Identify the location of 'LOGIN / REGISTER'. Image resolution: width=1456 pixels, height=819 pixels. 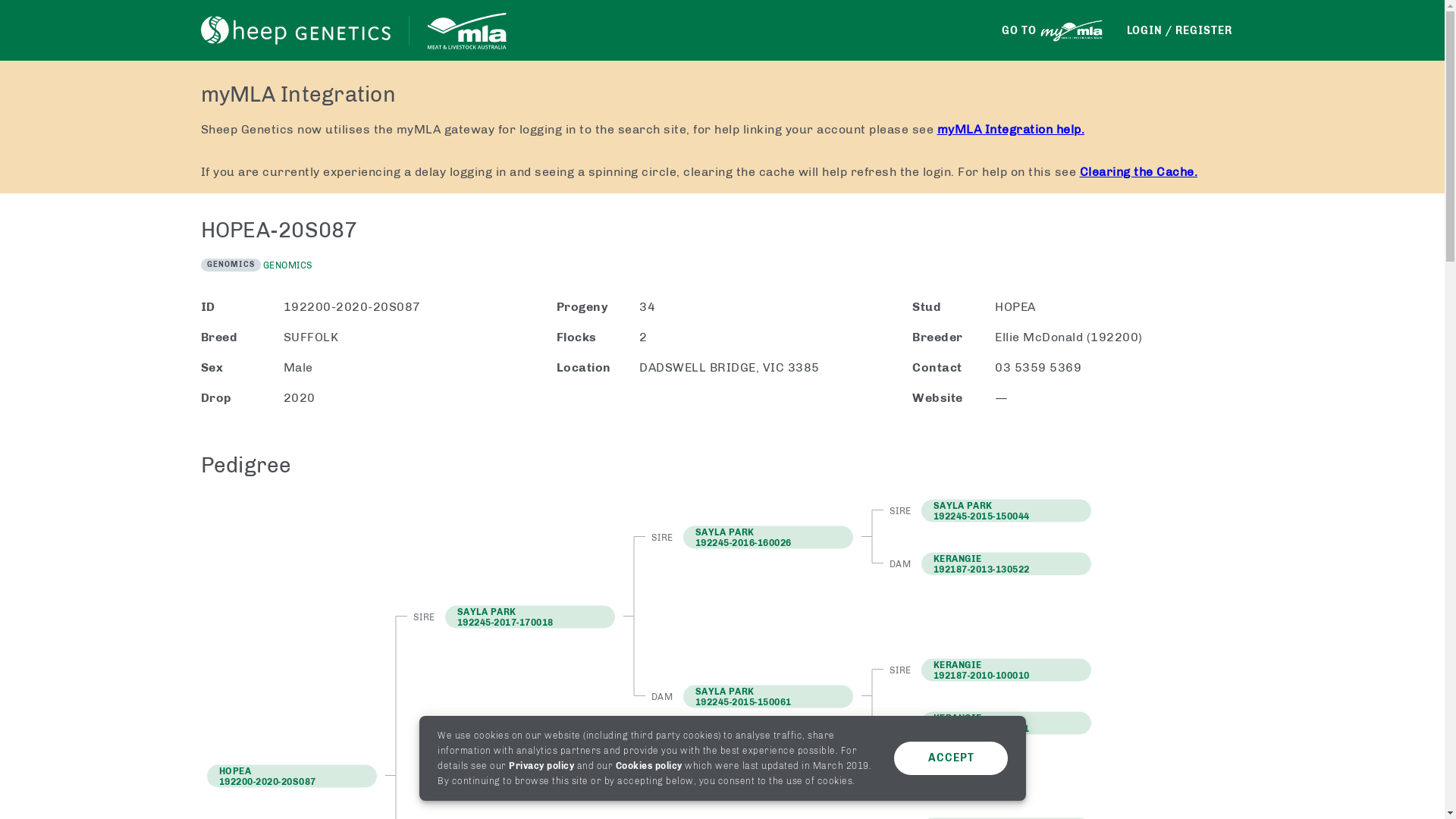
(1178, 30).